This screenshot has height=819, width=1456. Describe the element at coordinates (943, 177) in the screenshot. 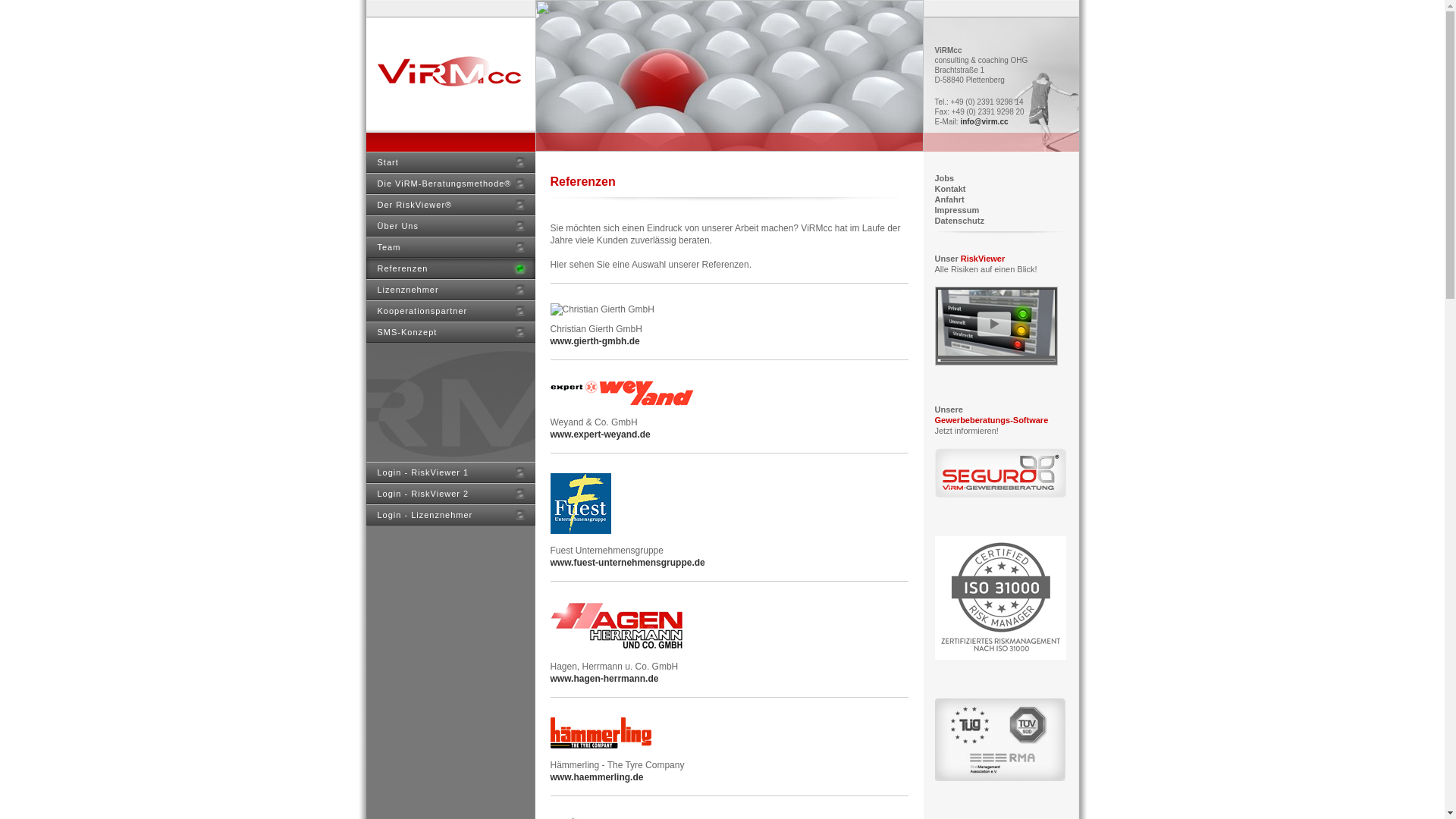

I see `'Jobs'` at that location.